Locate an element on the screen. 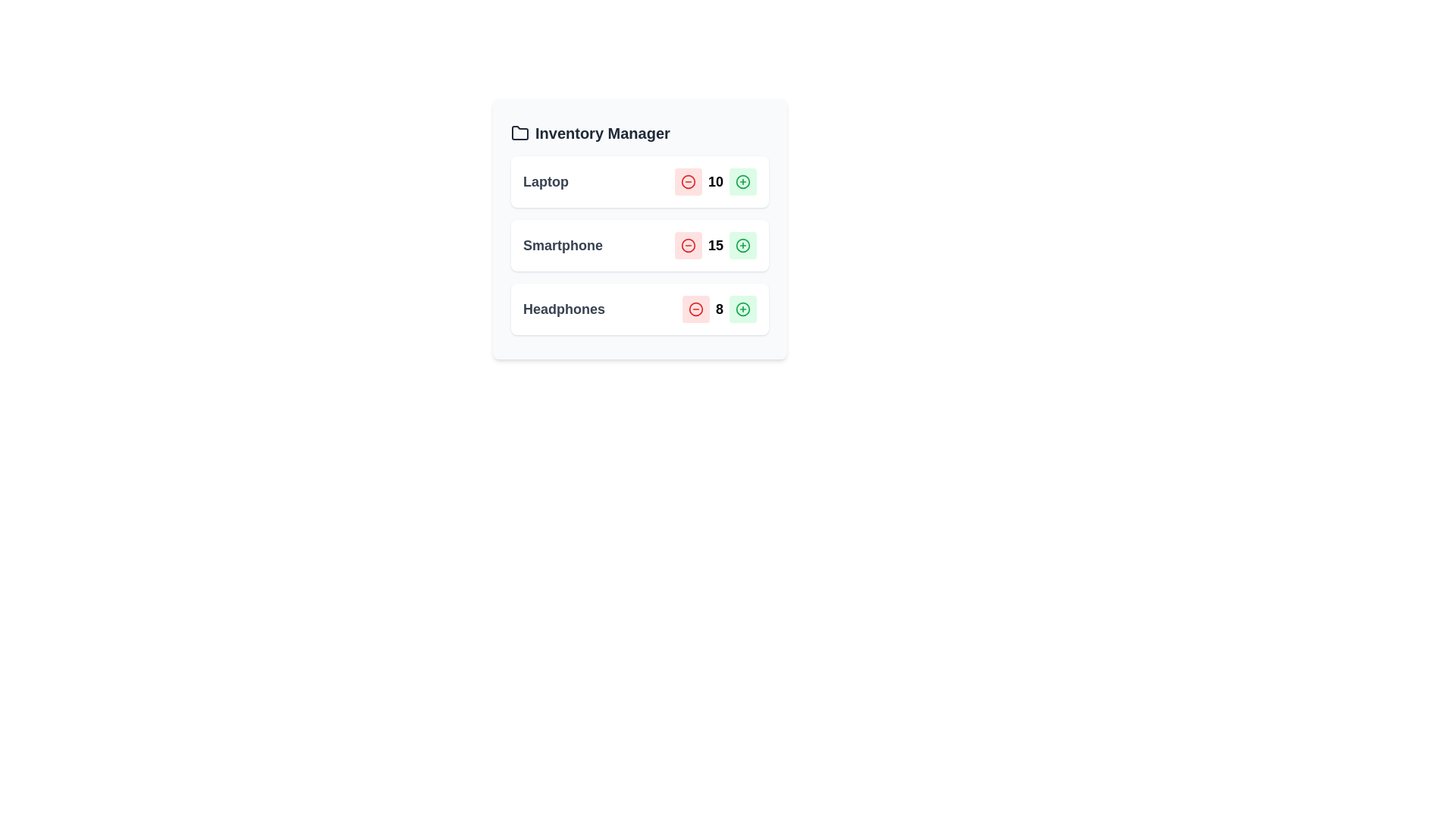 The width and height of the screenshot is (1456, 819). the item with name Smartphone is located at coordinates (562, 245).